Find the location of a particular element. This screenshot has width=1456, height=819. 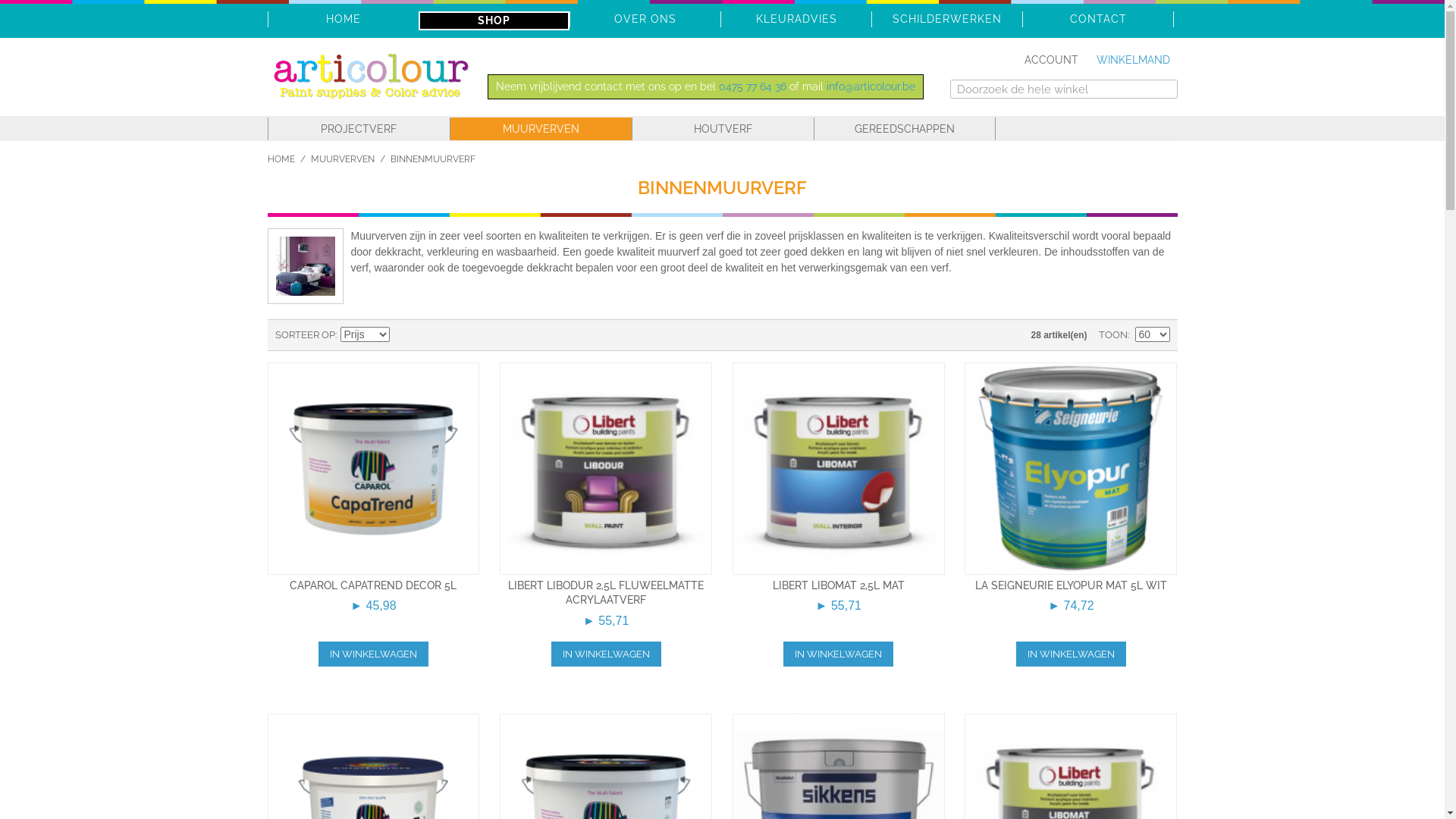

'0475 77 64 36' is located at coordinates (752, 86).